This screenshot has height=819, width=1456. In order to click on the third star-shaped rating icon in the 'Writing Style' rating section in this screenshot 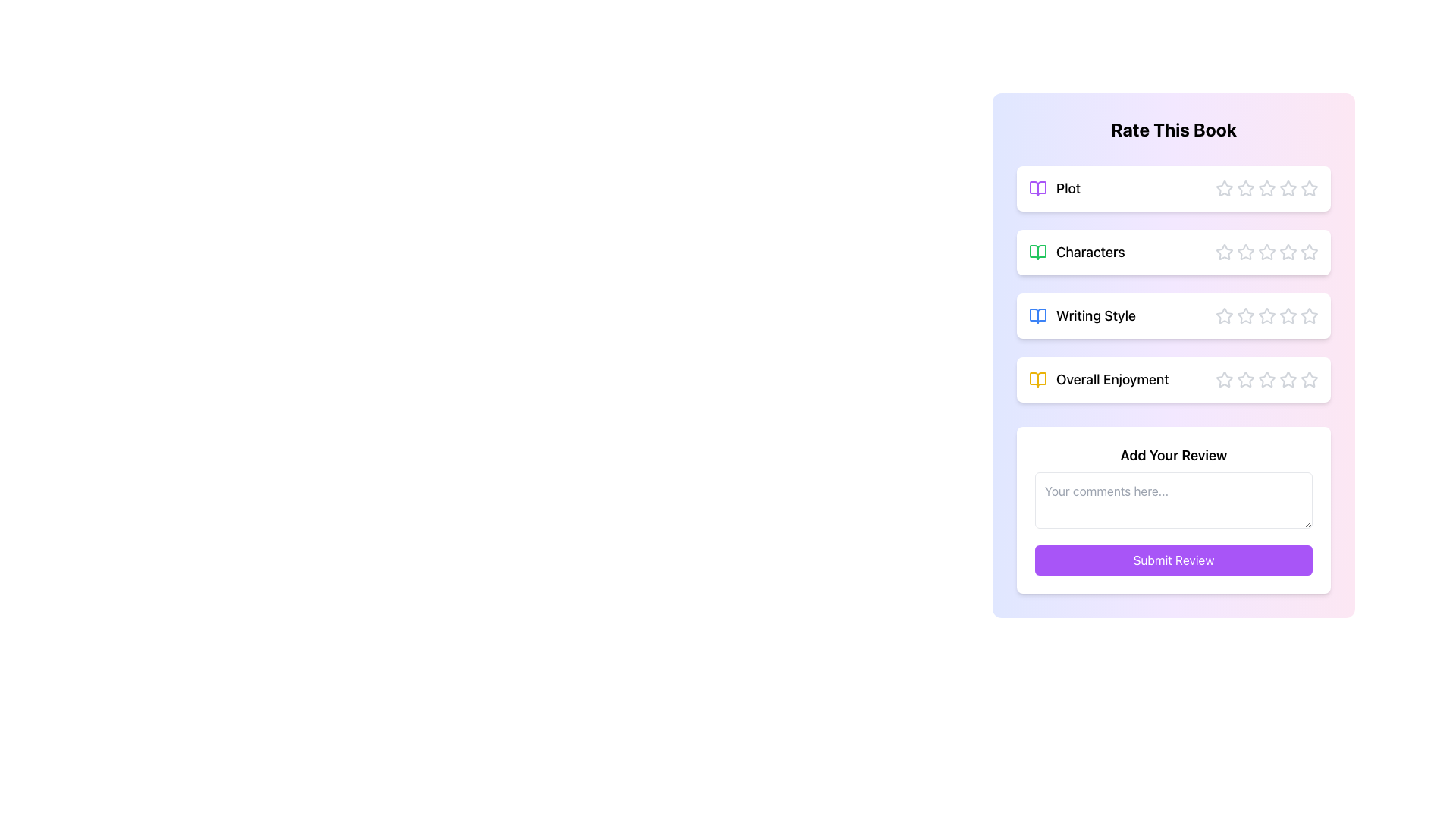, I will do `click(1245, 315)`.